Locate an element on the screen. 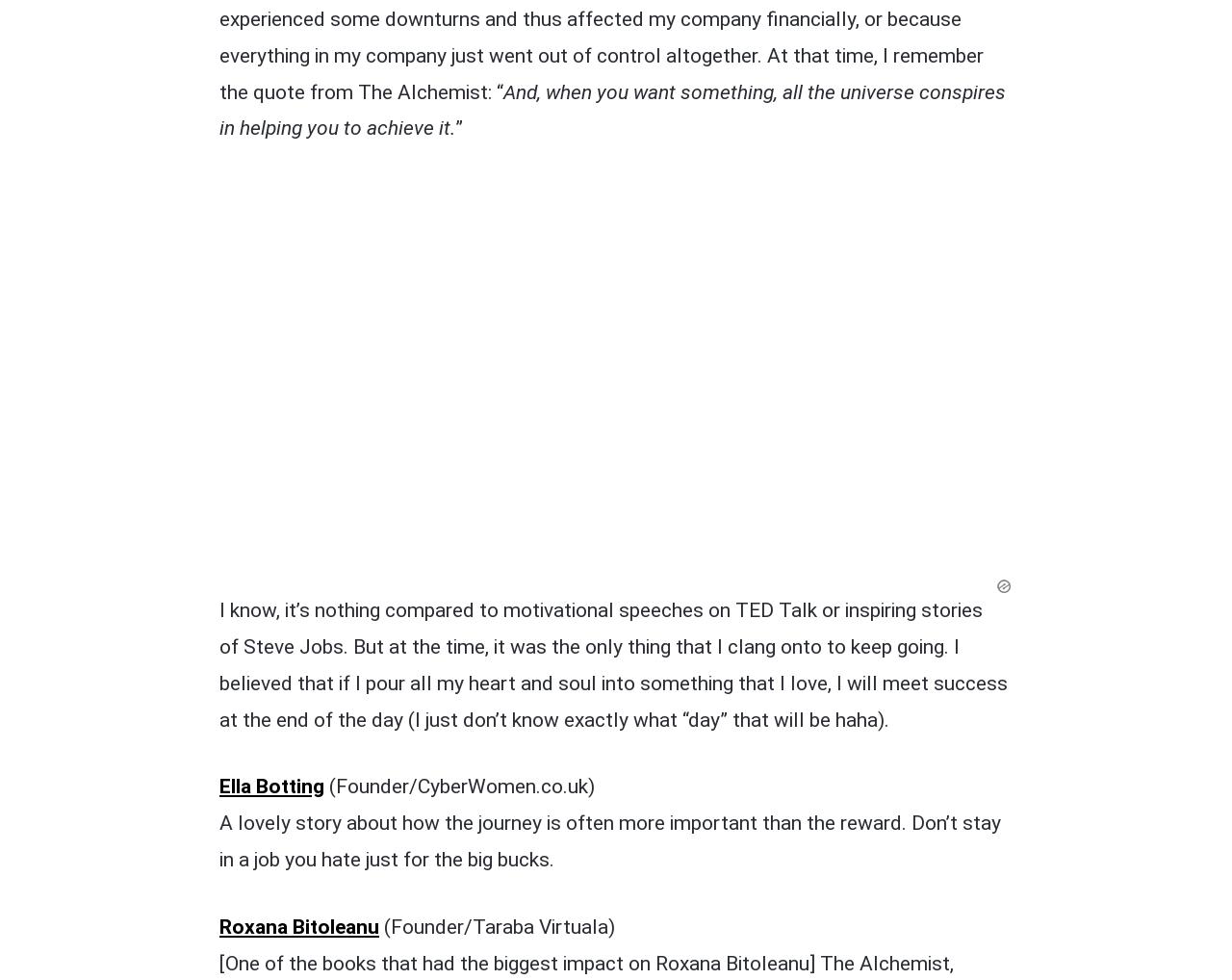 The image size is (1232, 980). '[One of the books that had the biggest impact on Roxana Bitoleanu]
The Alchemist, because we shouldn't look for happiness further than ourselves.' is located at coordinates (585, 580).